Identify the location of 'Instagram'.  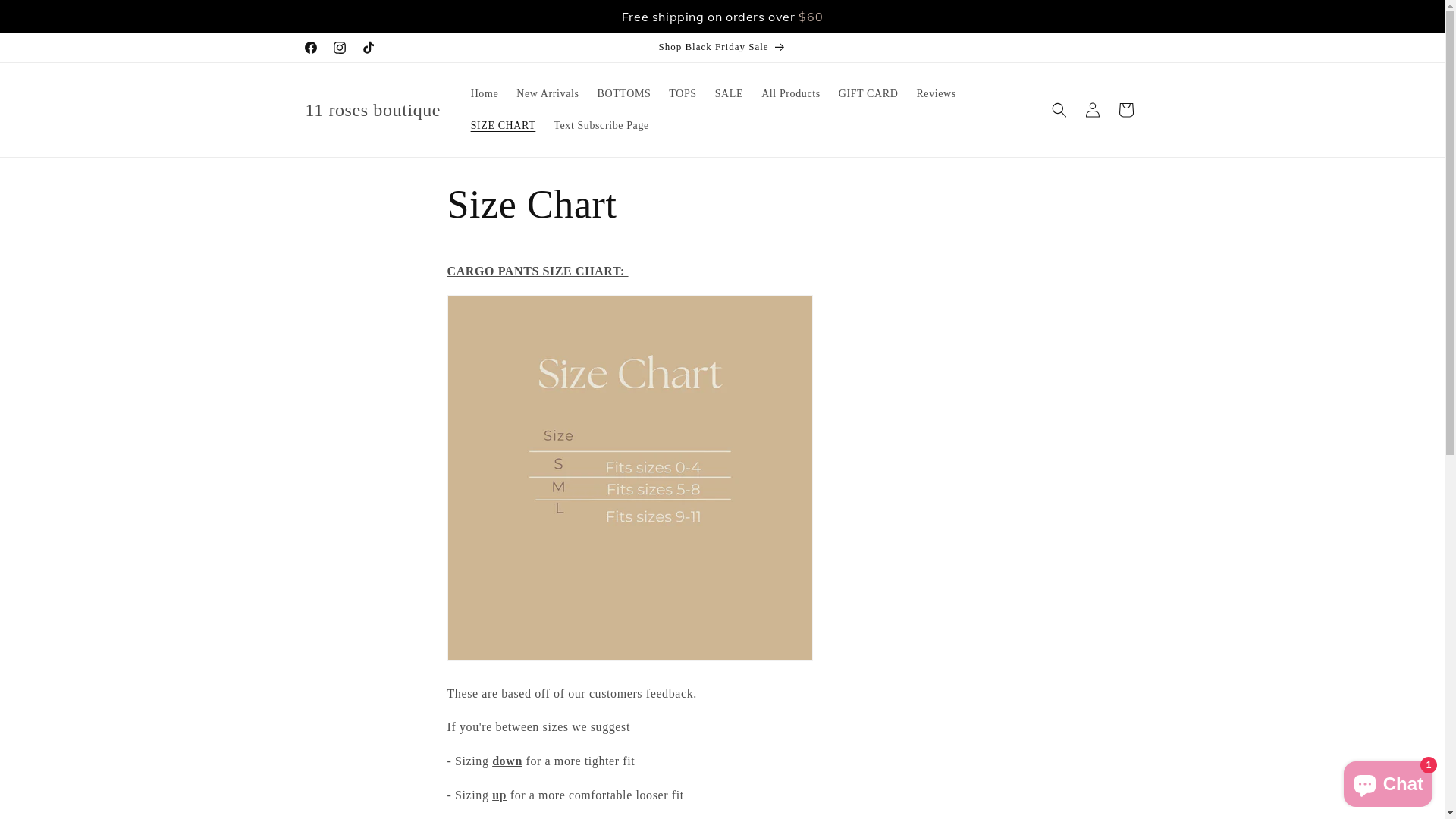
(337, 46).